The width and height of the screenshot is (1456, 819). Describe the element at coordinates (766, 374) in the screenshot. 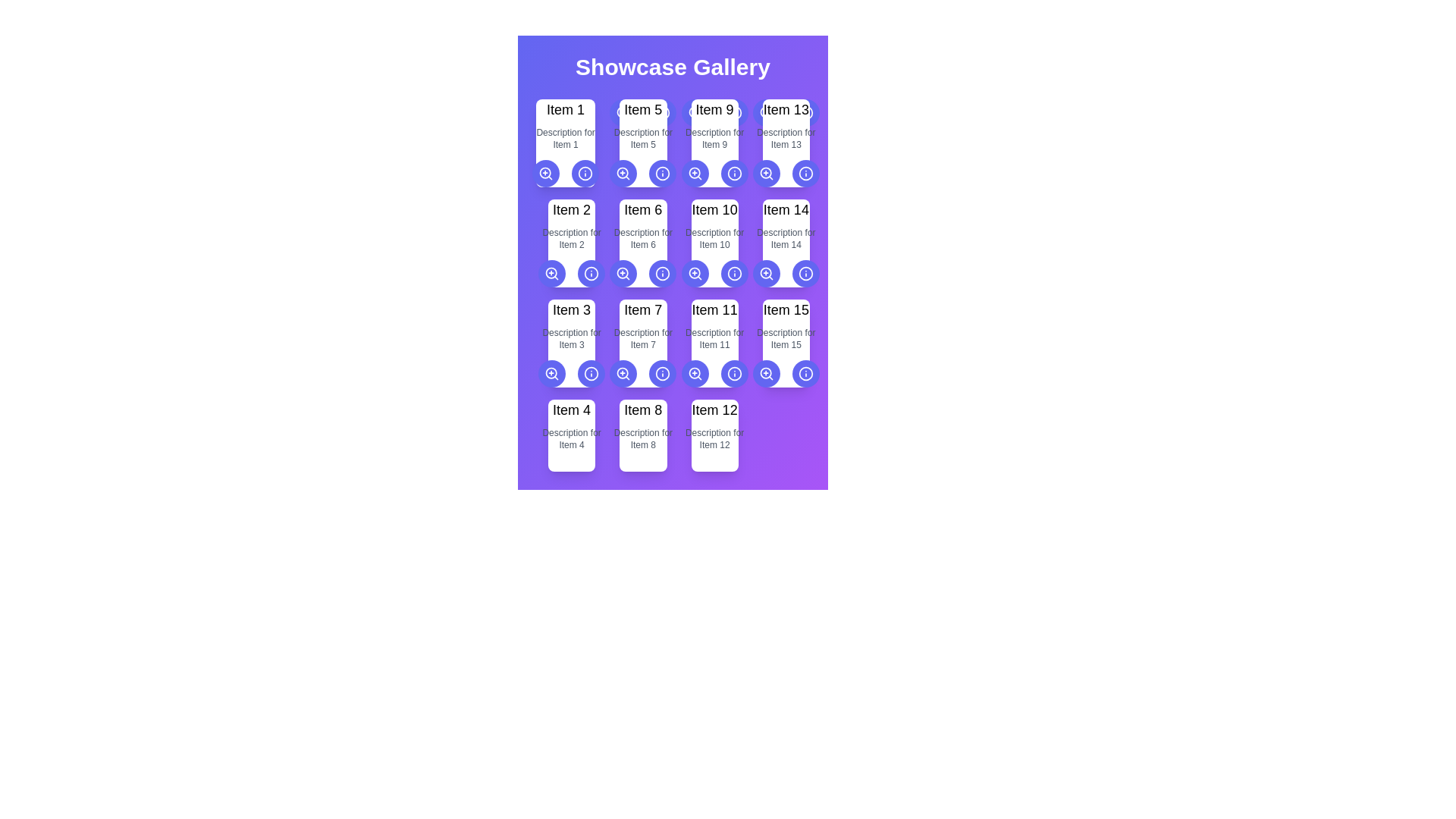

I see `the zoom-in magnifying glass icon button located in the bottom right corner of the 'Item 15' card` at that location.